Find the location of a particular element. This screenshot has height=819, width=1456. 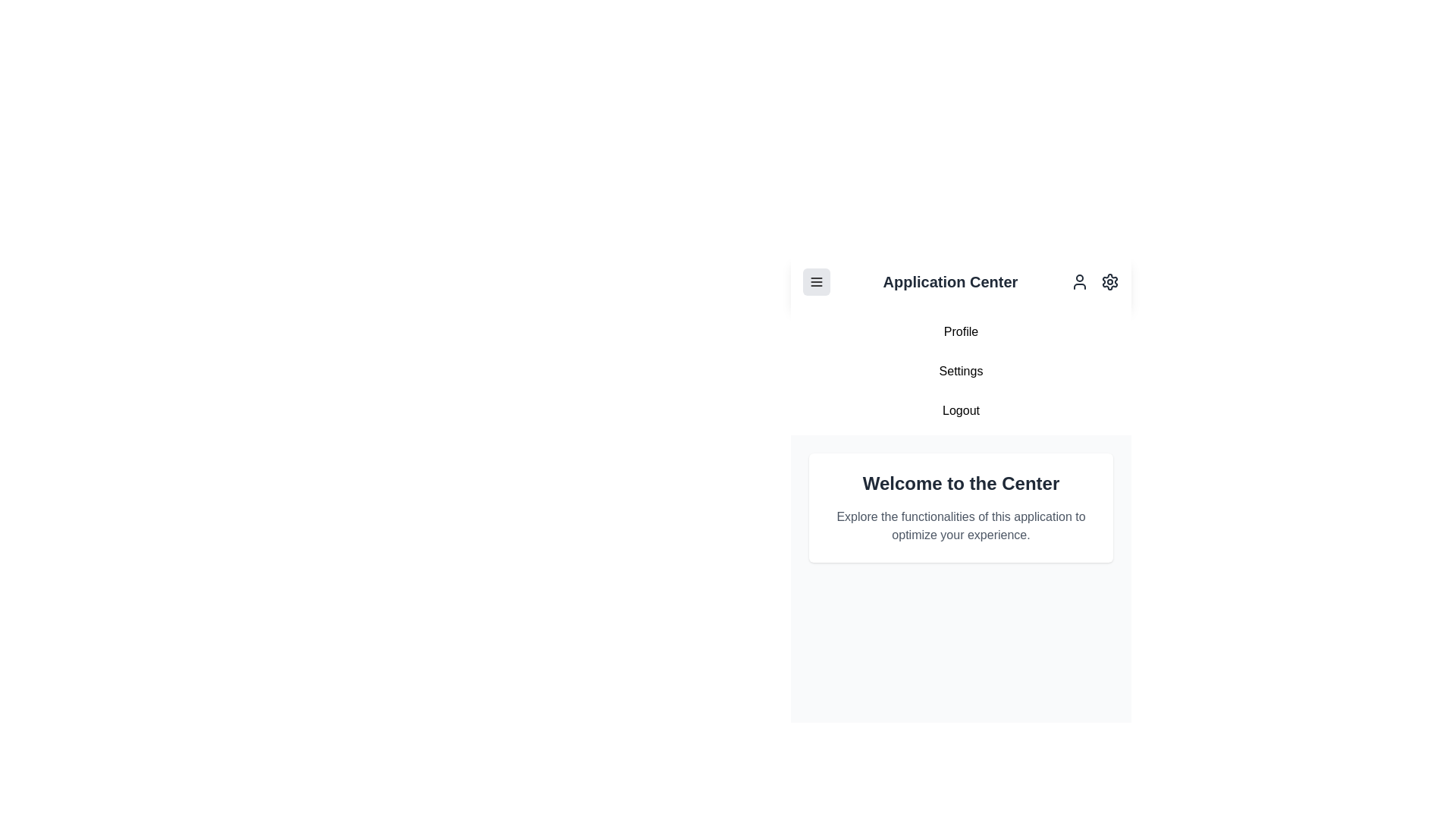

the menu toggle button to toggle the navigation menu visibility is located at coordinates (815, 281).